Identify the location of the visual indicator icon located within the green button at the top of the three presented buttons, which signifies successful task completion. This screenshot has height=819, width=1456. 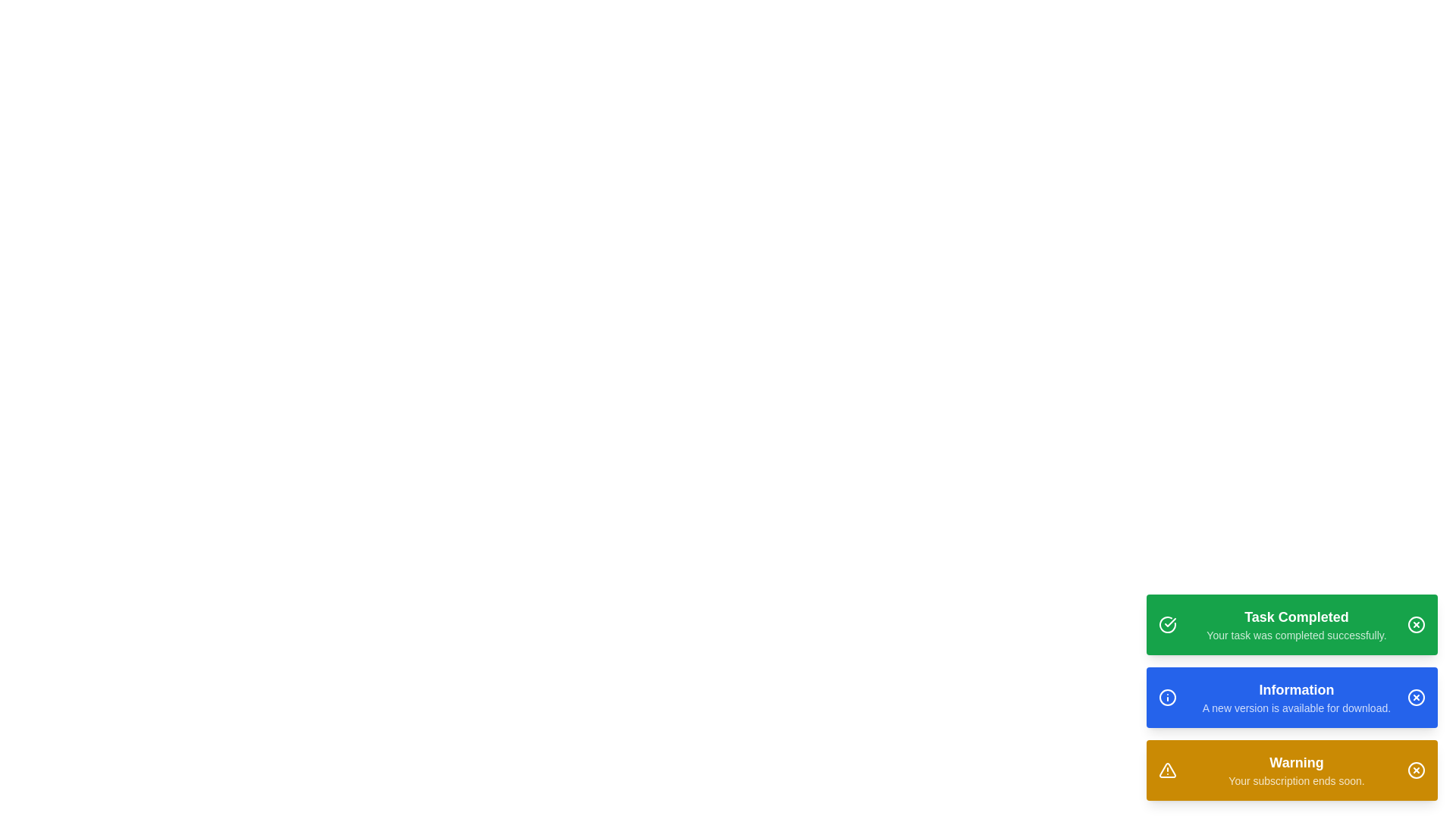
(1169, 623).